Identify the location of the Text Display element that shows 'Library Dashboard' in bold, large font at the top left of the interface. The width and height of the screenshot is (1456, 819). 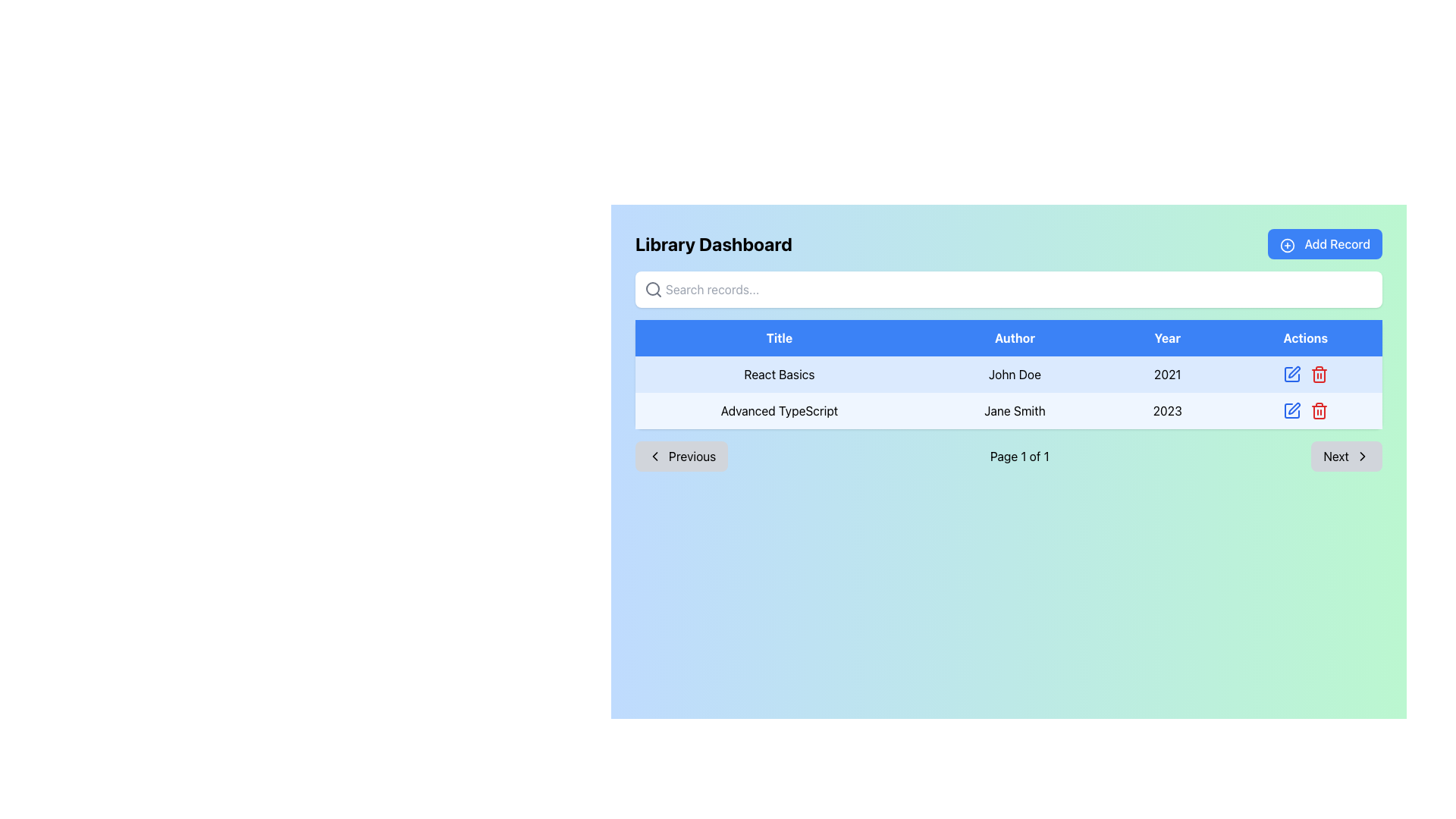
(713, 243).